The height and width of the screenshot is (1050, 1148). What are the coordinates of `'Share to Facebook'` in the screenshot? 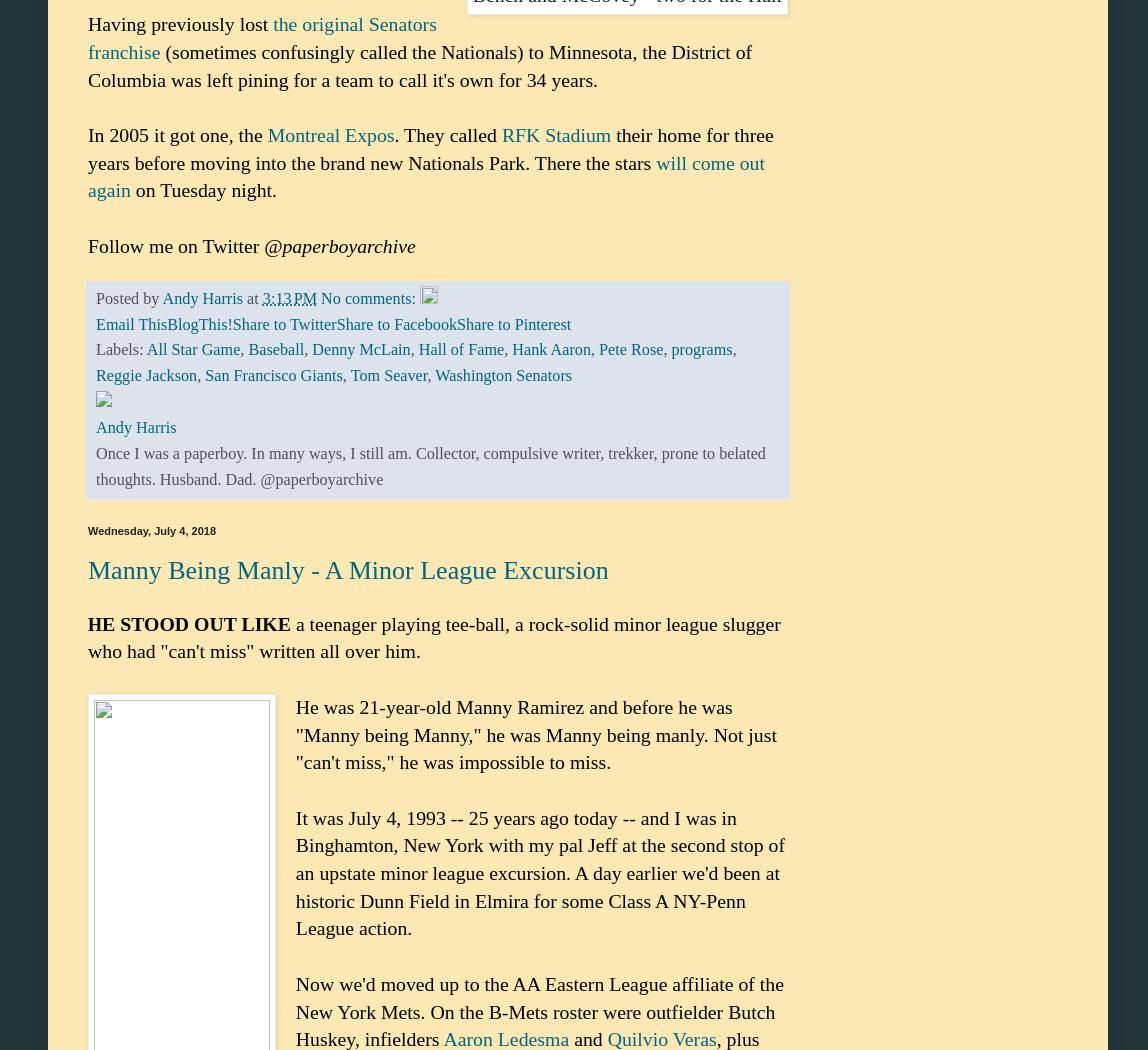 It's located at (396, 324).